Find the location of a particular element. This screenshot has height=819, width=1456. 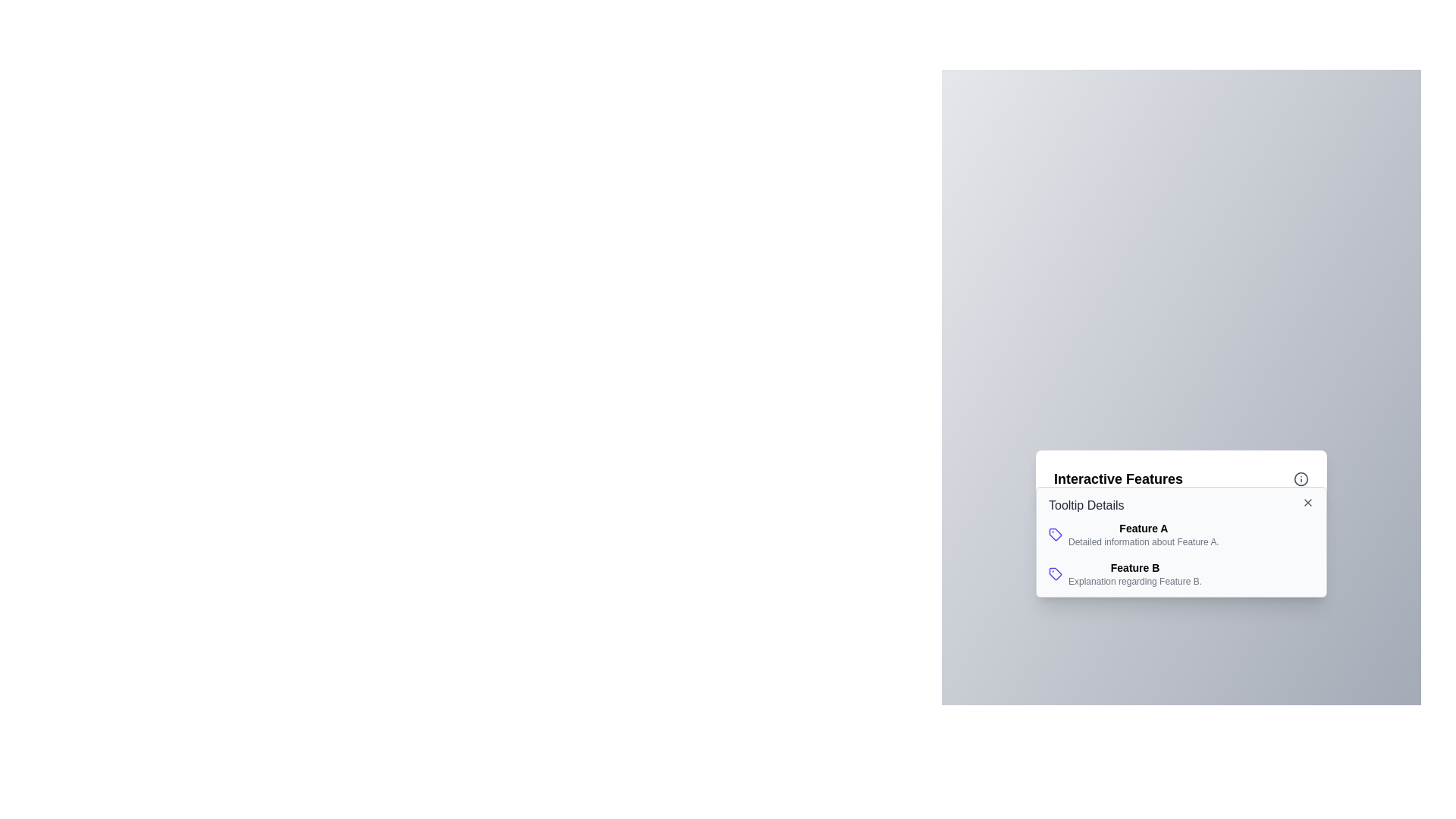

information presented in the tooltip content section that displays details about 'Feature A' and 'Feature B', located within the tooltip interface titled 'Interactive Features' is located at coordinates (1181, 554).